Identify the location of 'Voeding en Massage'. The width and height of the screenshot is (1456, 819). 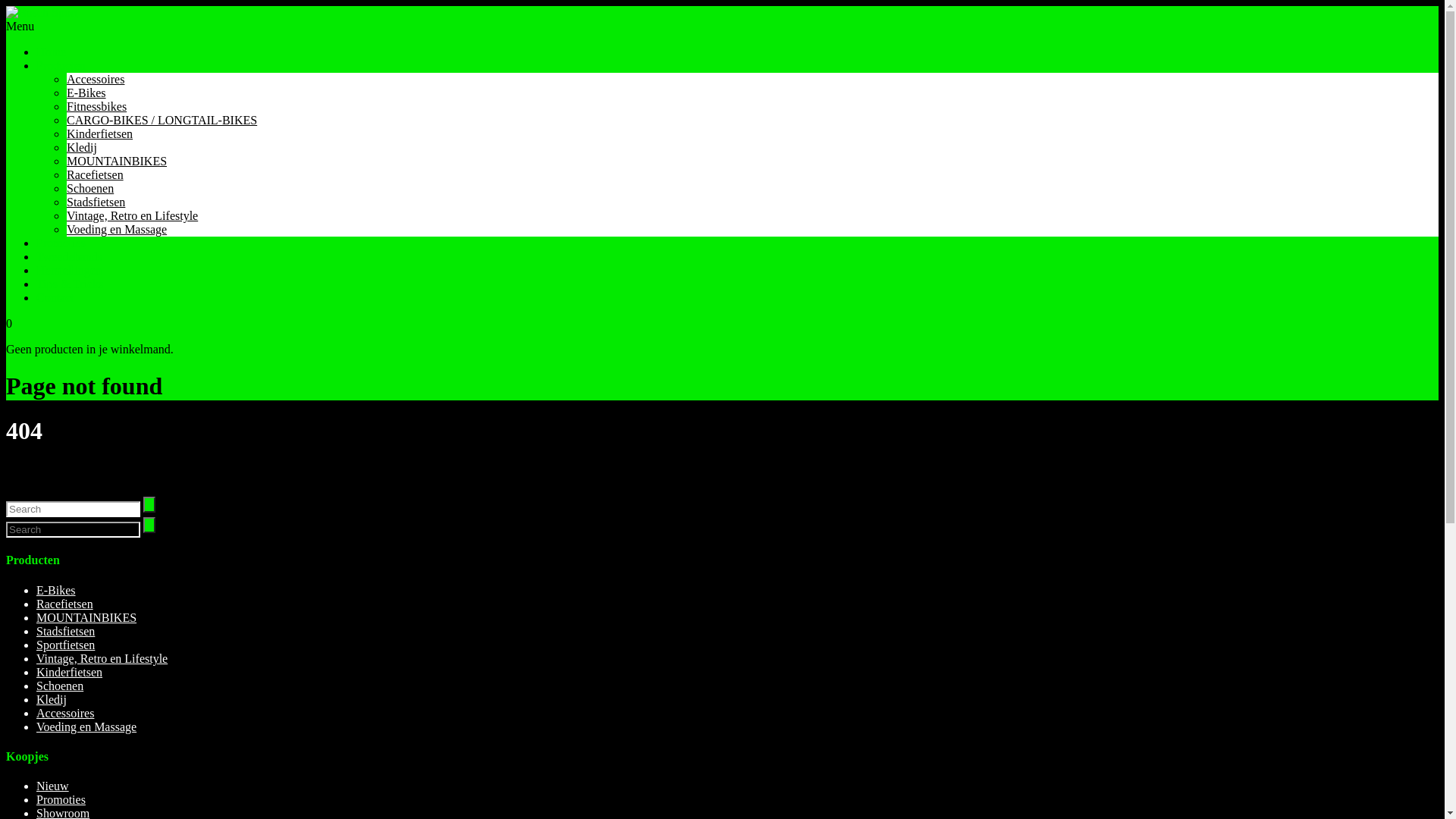
(86, 726).